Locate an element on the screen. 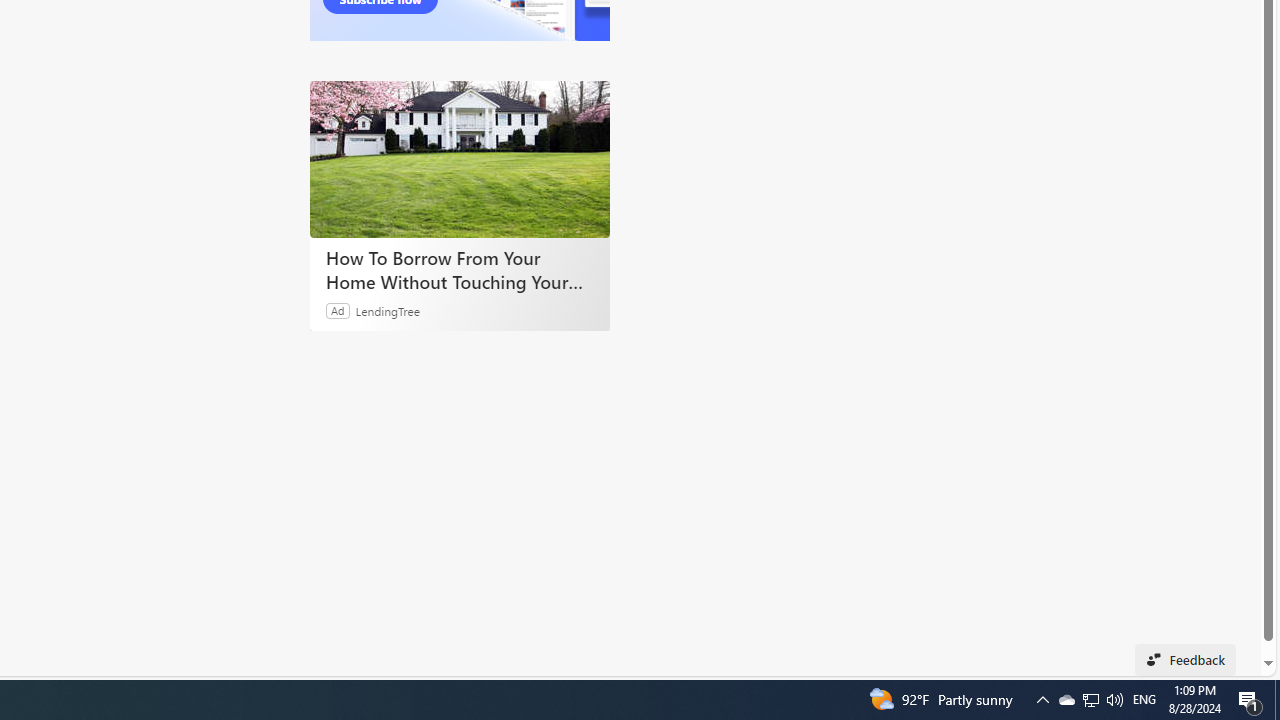 The height and width of the screenshot is (720, 1280). 'LendingTree' is located at coordinates (387, 310).